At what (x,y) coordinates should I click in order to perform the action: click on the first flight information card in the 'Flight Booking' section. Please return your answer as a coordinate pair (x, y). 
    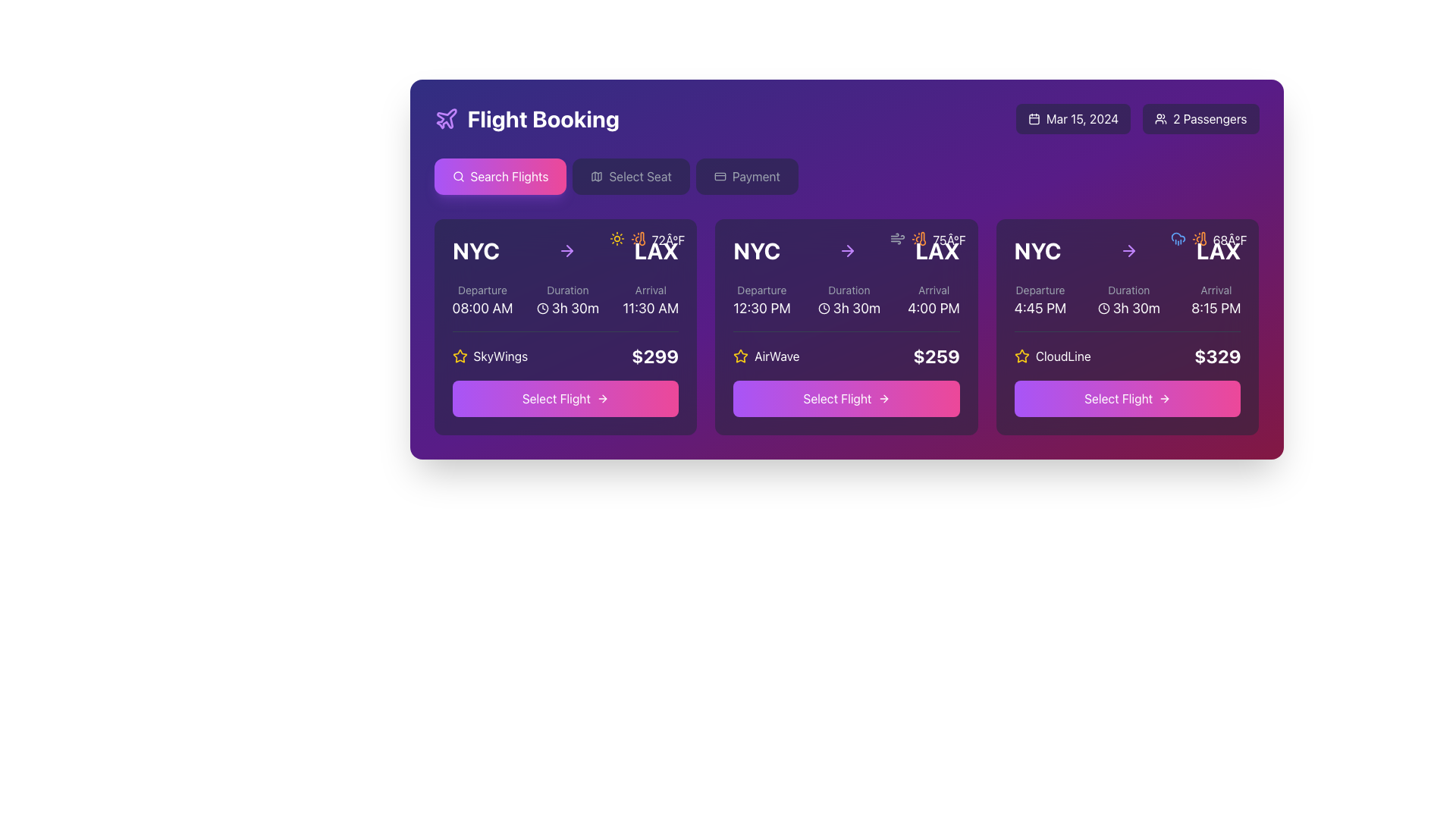
    Looking at the image, I should click on (564, 326).